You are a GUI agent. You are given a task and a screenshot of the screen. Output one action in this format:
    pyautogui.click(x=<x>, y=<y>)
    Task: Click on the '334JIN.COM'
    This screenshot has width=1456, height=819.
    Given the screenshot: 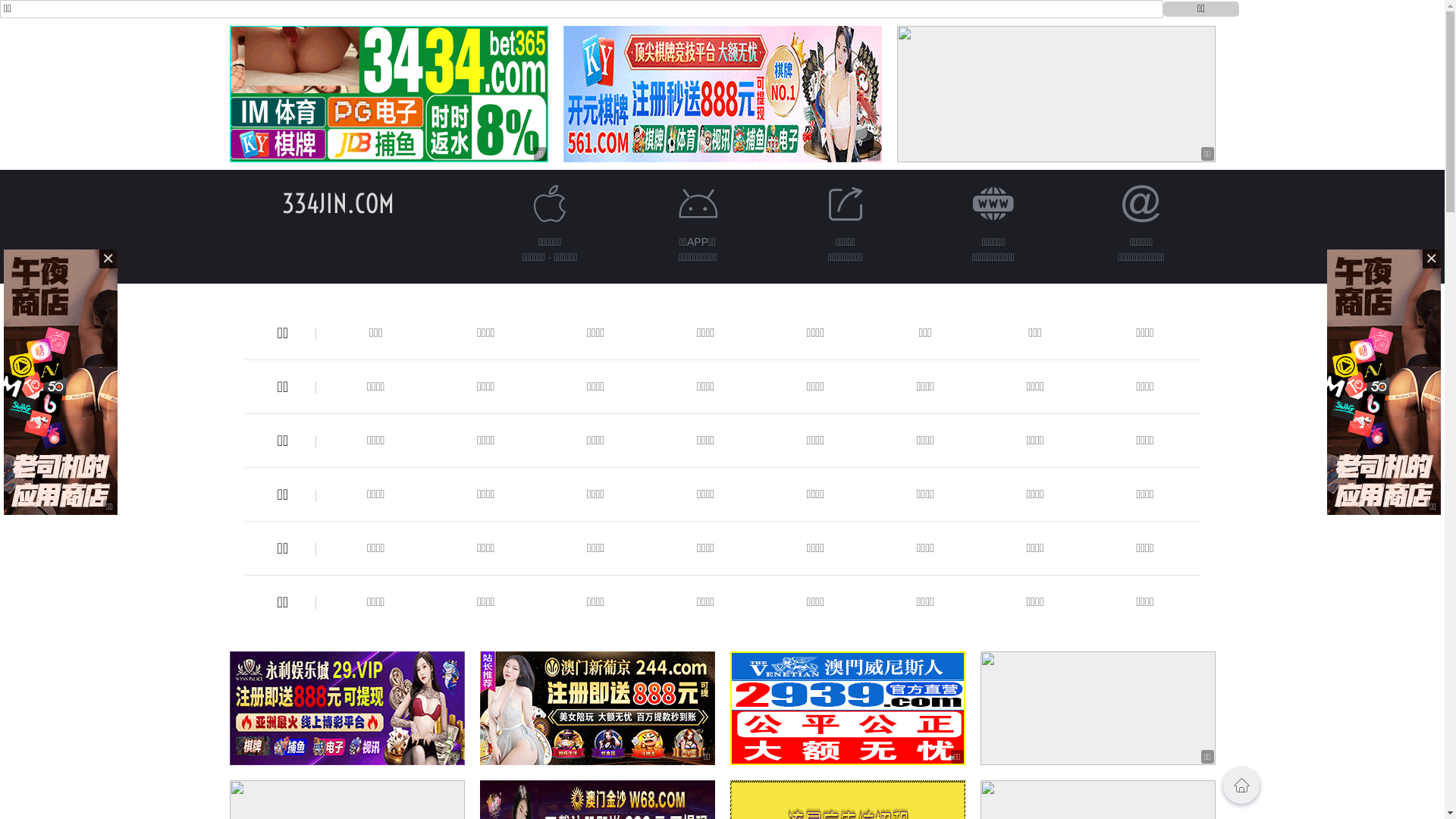 What is the action you would take?
    pyautogui.click(x=282, y=202)
    